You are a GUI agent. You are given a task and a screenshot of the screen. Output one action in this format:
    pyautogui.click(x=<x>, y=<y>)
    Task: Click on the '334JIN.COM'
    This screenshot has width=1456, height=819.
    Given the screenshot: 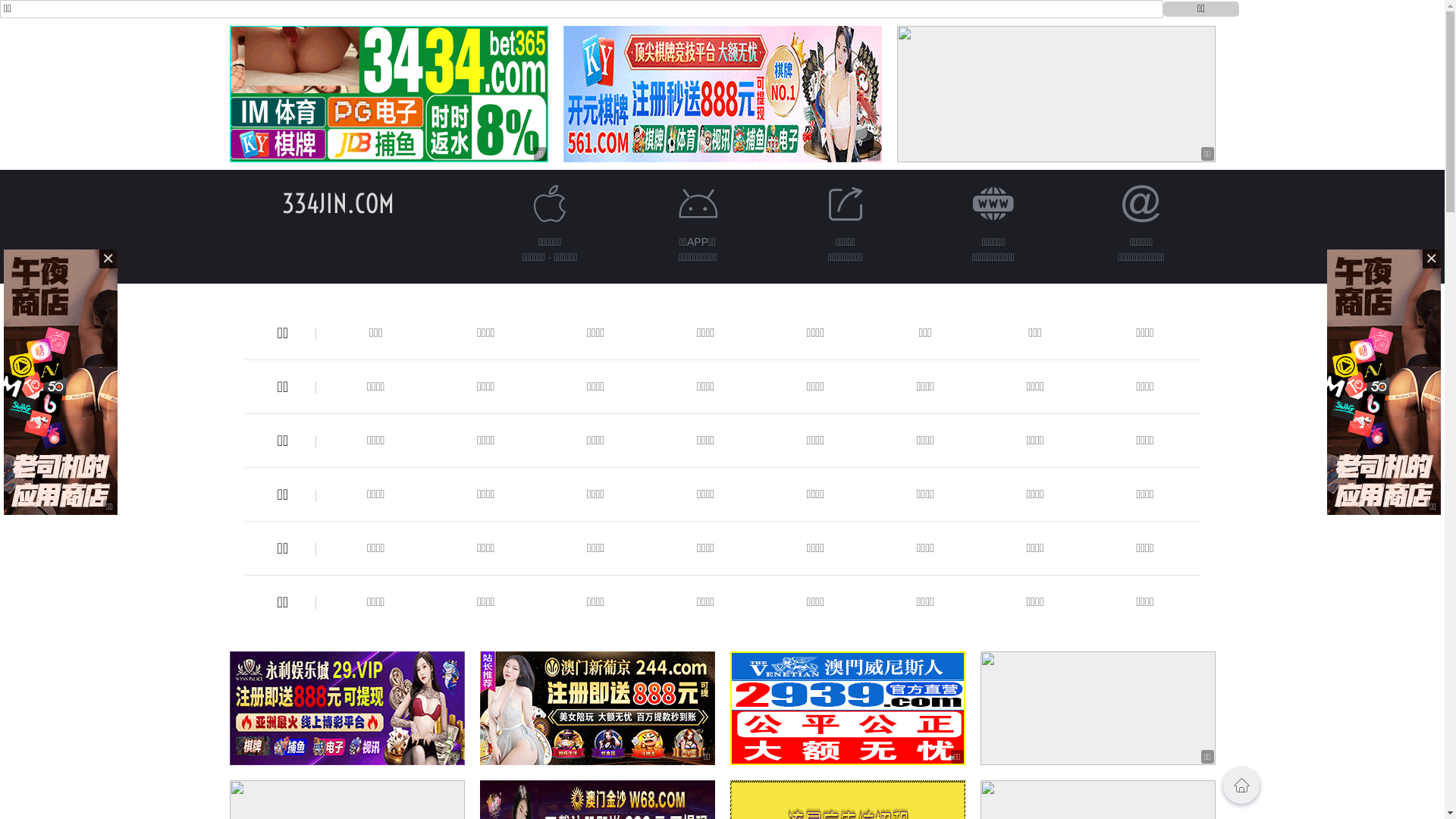 What is the action you would take?
    pyautogui.click(x=282, y=202)
    